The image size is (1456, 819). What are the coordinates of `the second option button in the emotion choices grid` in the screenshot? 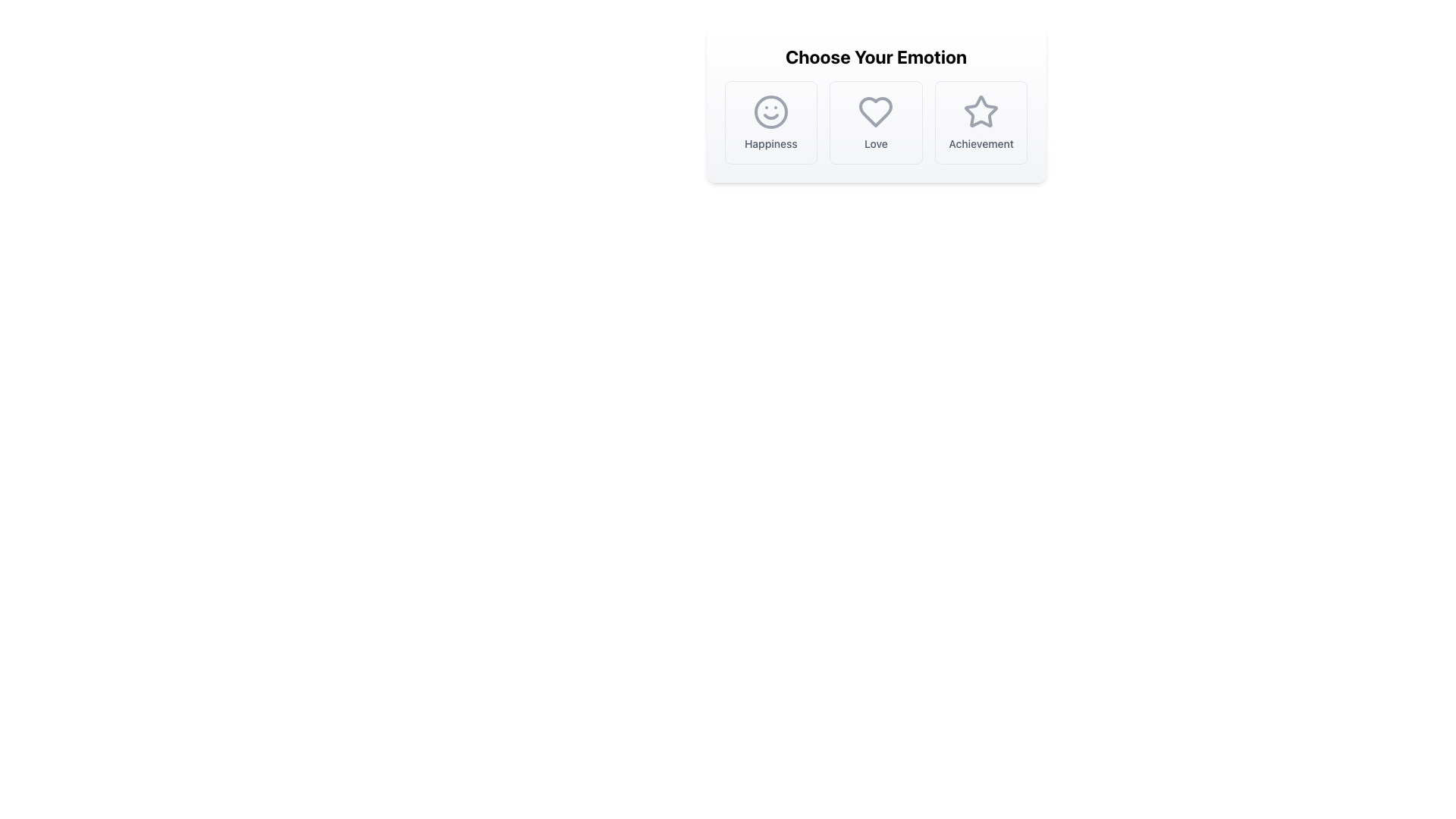 It's located at (876, 122).